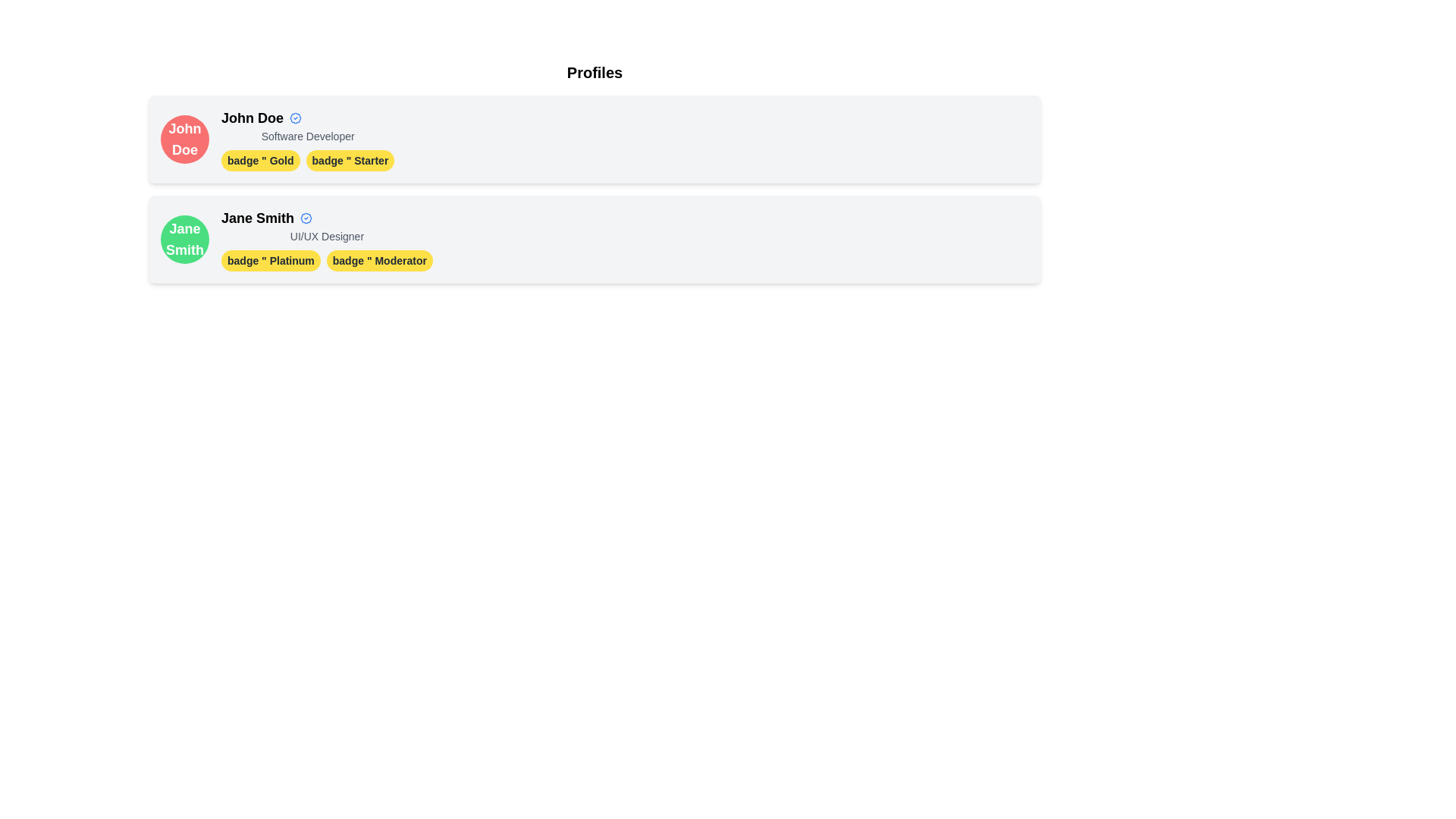  I want to click on the verification badge icon next to the name 'John Doe' to indicate its importance as a sign of verification, so click(295, 117).